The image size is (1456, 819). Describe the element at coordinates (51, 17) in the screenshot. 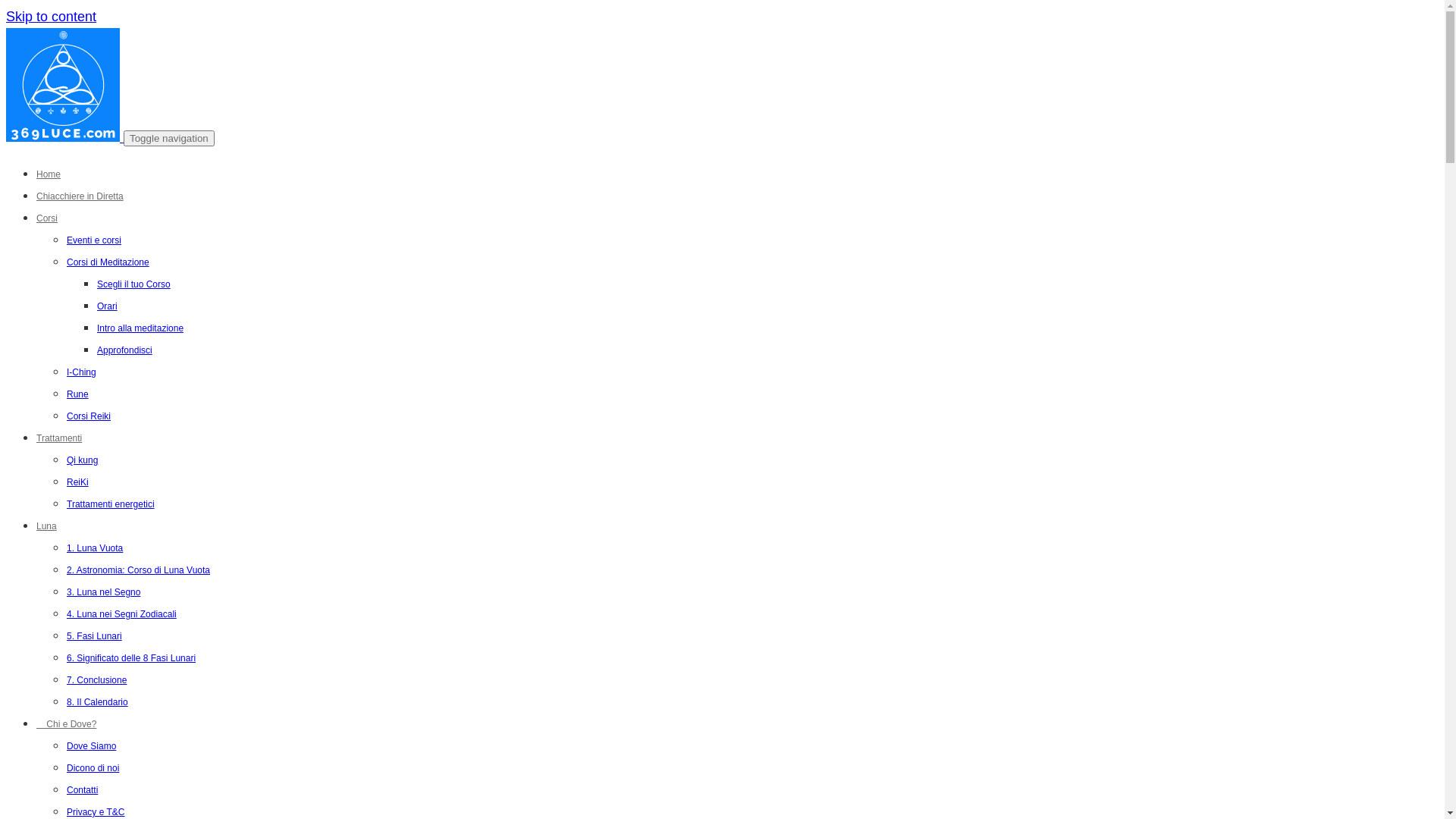

I see `'Skip to content'` at that location.